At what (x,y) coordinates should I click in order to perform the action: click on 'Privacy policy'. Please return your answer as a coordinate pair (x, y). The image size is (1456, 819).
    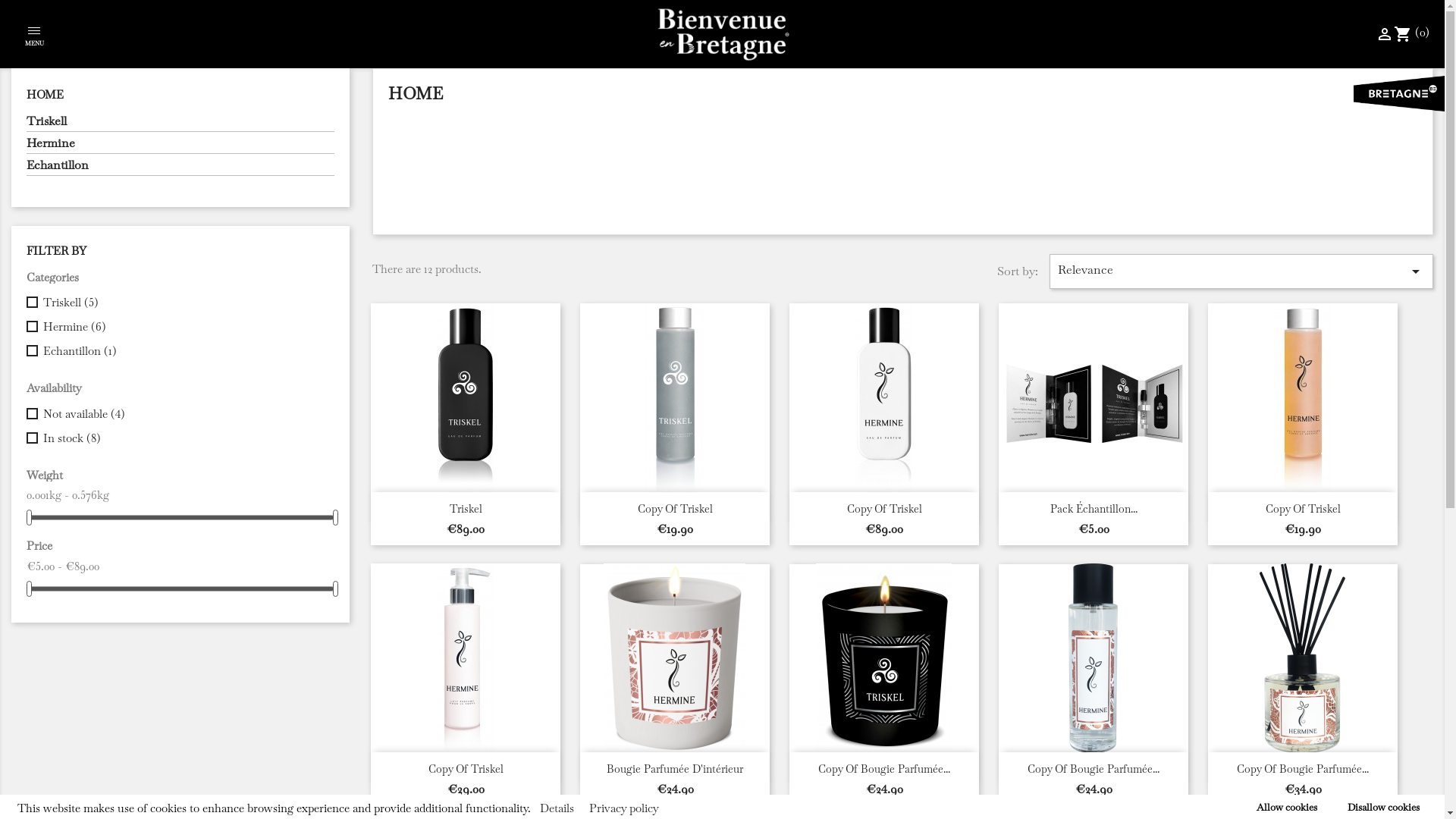
    Looking at the image, I should click on (623, 807).